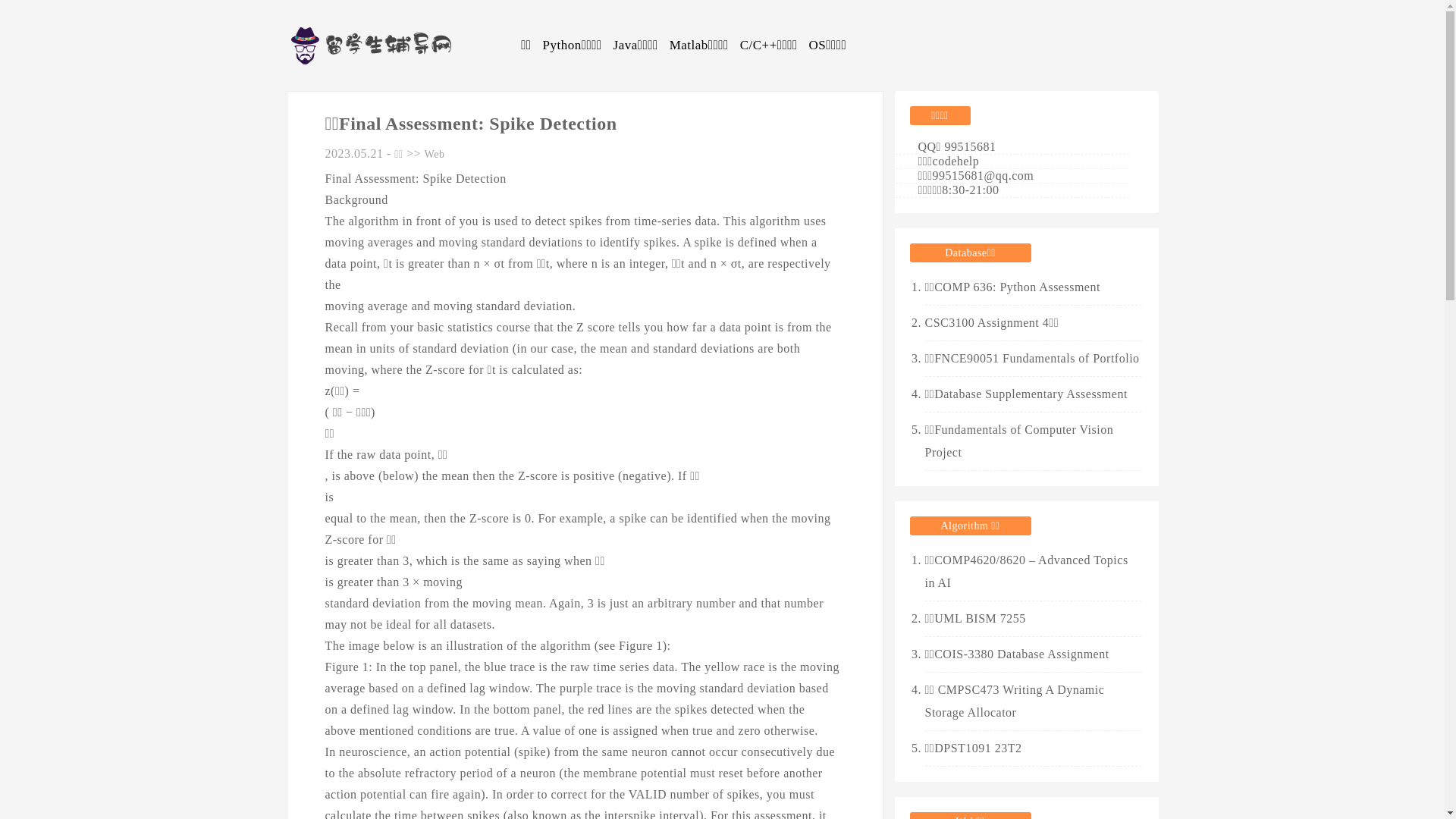 This screenshot has width=1456, height=819. What do you see at coordinates (425, 154) in the screenshot?
I see `'Web'` at bounding box center [425, 154].